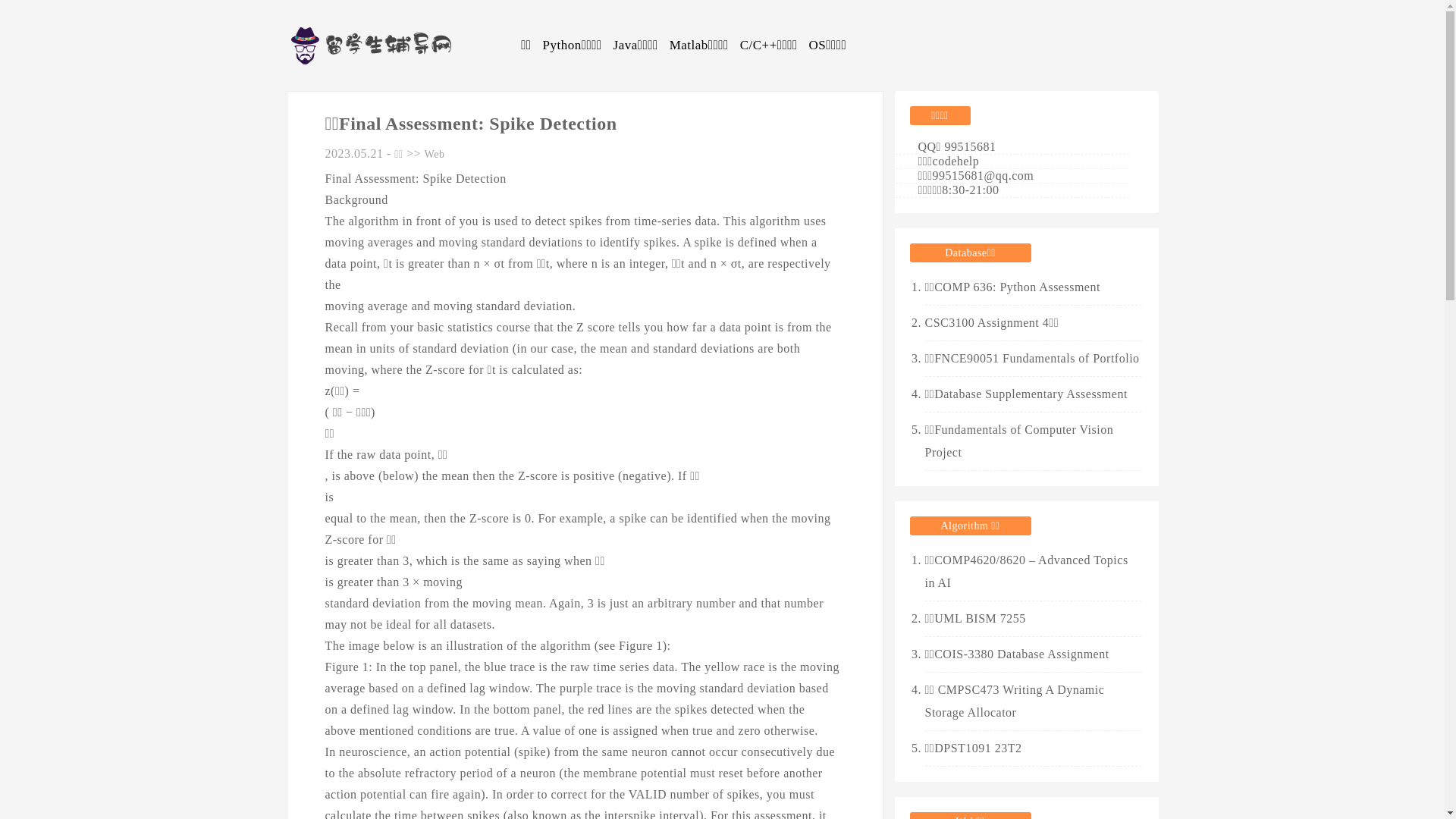 This screenshot has width=1456, height=819. What do you see at coordinates (425, 154) in the screenshot?
I see `'Web'` at bounding box center [425, 154].